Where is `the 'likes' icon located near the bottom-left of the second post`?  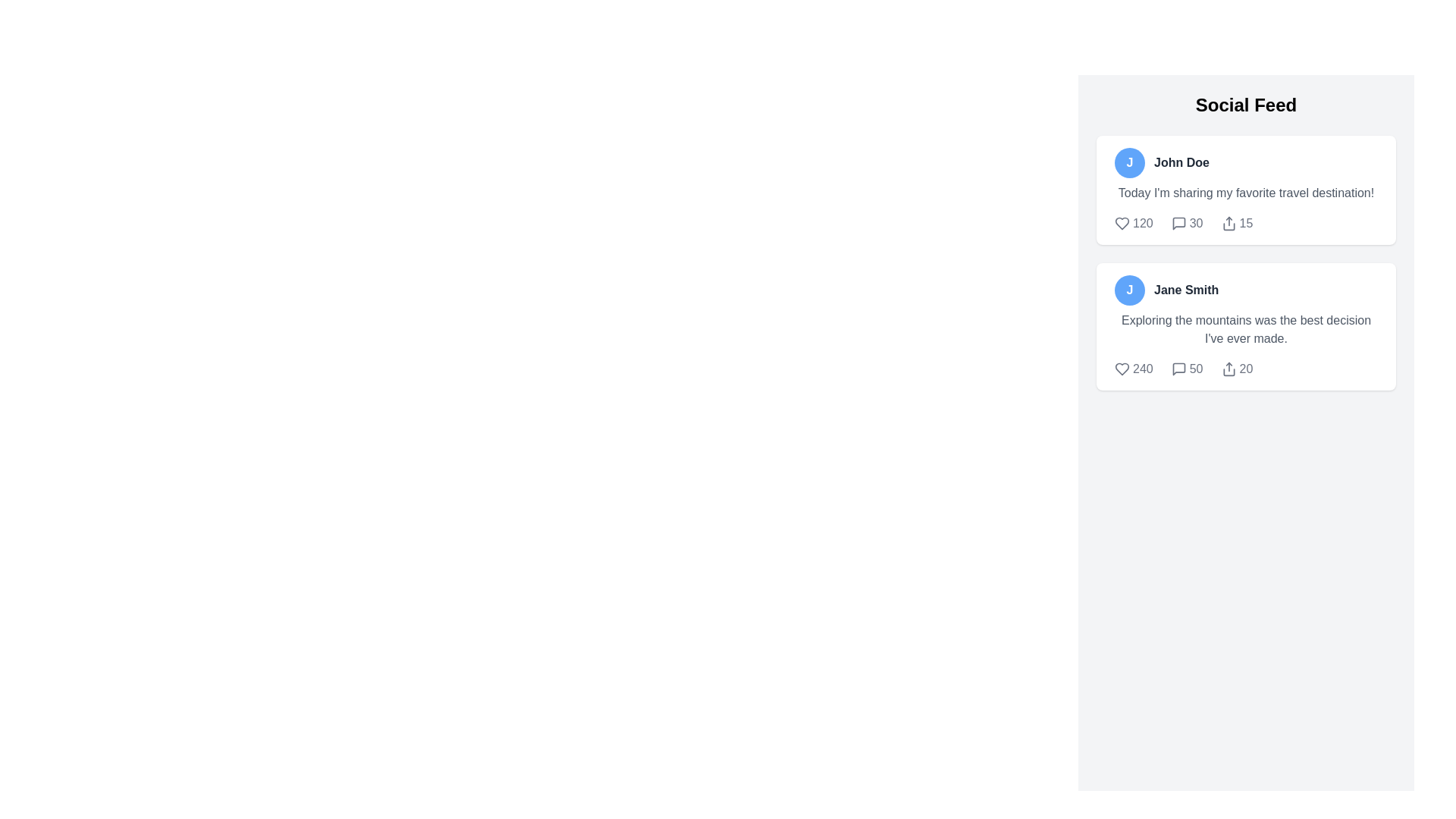
the 'likes' icon located near the bottom-left of the second post is located at coordinates (1134, 369).